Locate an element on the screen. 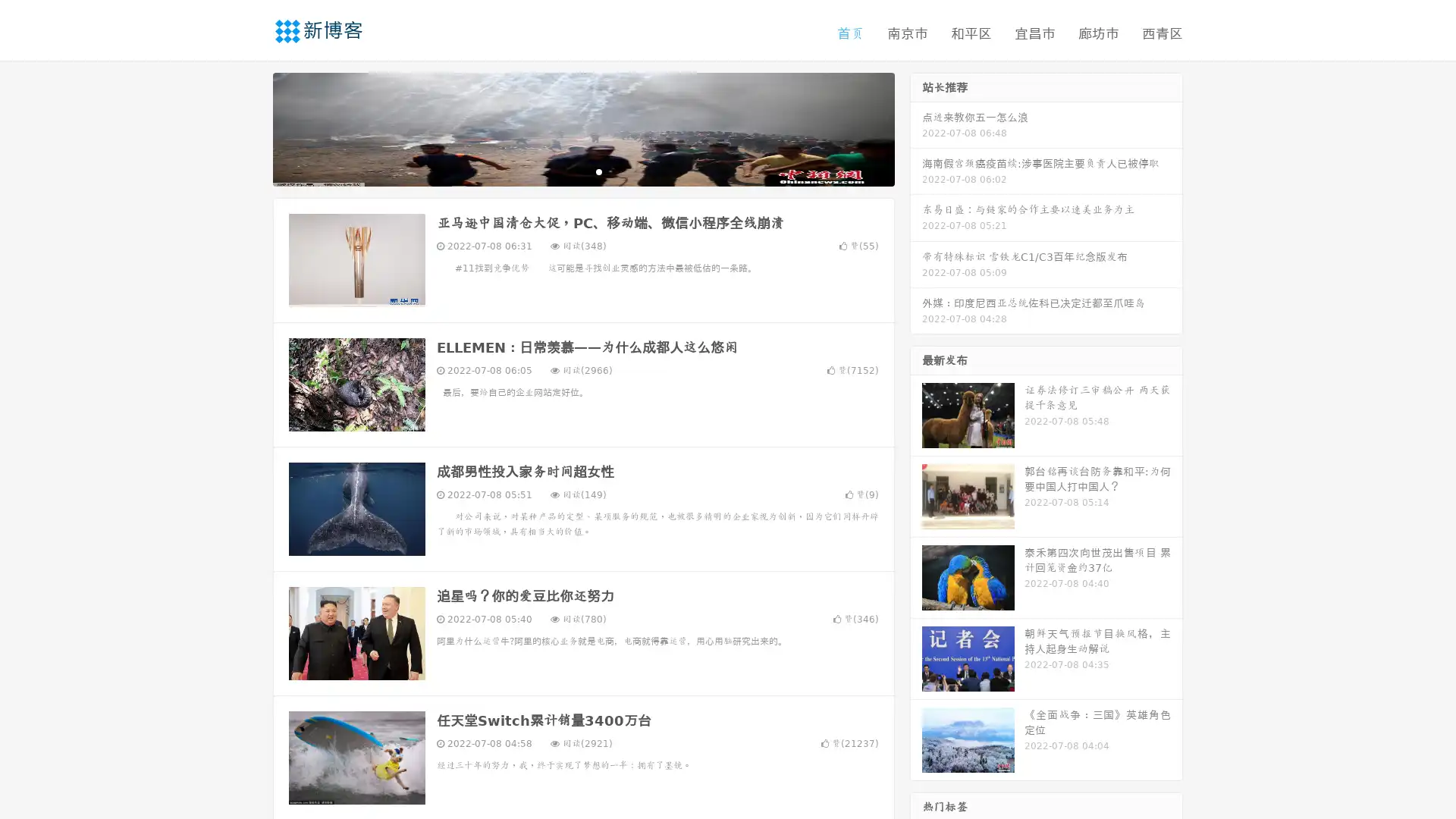 The image size is (1456, 819). Go to slide 3 is located at coordinates (598, 171).